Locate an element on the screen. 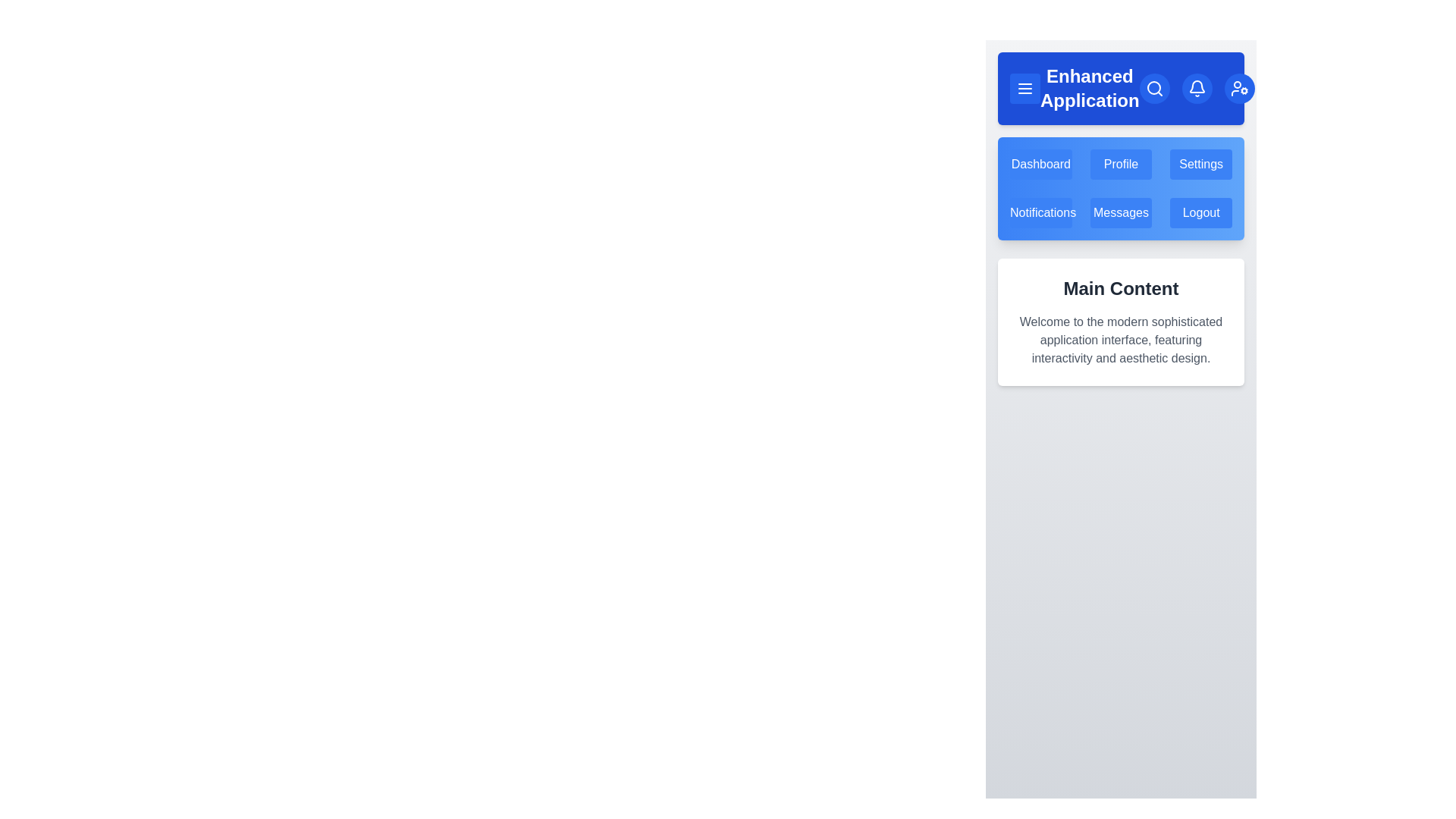 The width and height of the screenshot is (1456, 819). the search button is located at coordinates (1153, 88).